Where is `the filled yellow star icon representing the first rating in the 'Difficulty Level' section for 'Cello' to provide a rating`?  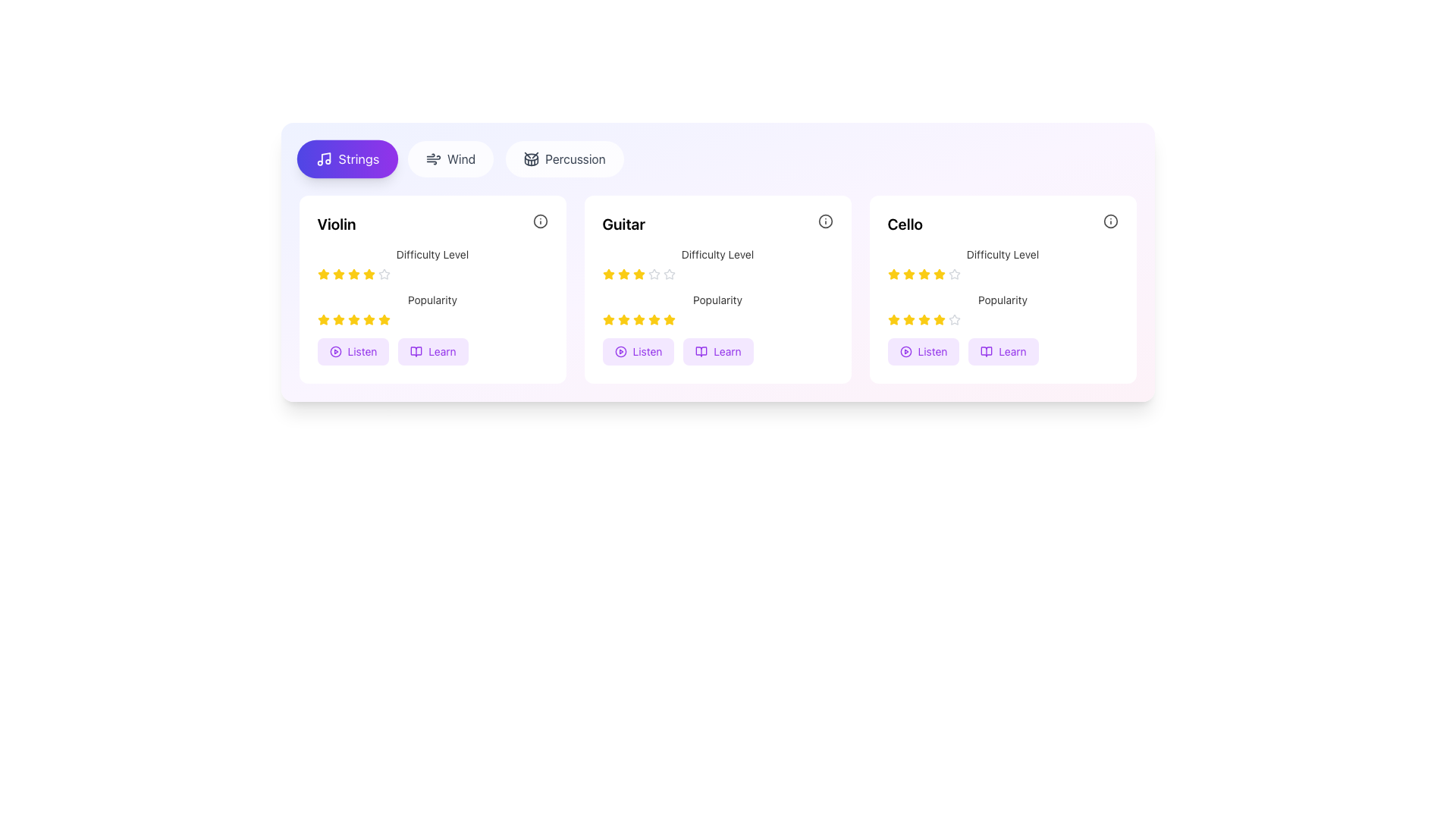 the filled yellow star icon representing the first rating in the 'Difficulty Level' section for 'Cello' to provide a rating is located at coordinates (893, 274).